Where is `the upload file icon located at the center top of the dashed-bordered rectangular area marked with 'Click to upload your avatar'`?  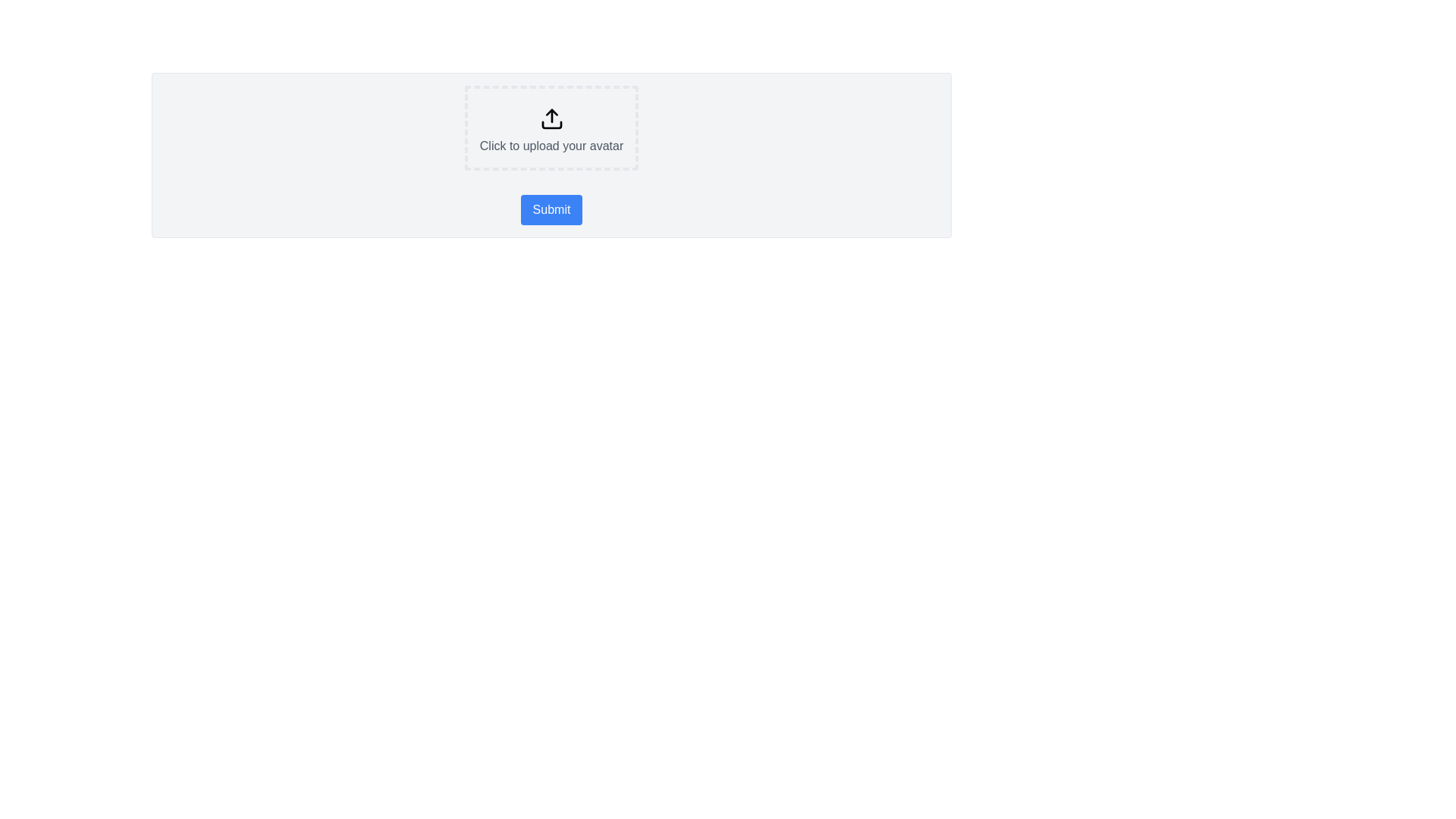
the upload file icon located at the center top of the dashed-bordered rectangular area marked with 'Click to upload your avatar' is located at coordinates (551, 118).